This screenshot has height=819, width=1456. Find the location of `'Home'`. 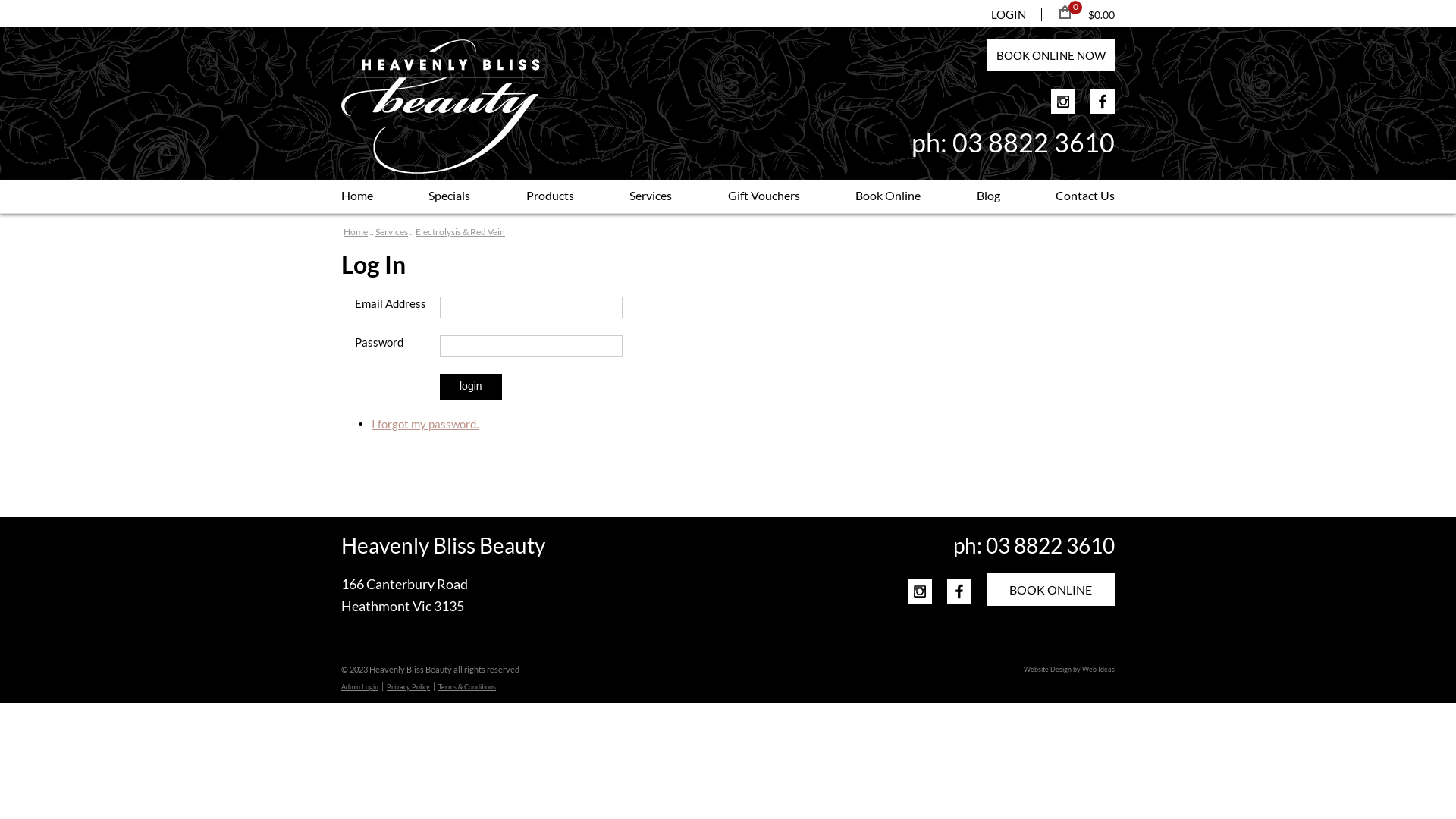

'Home' is located at coordinates (342, 231).